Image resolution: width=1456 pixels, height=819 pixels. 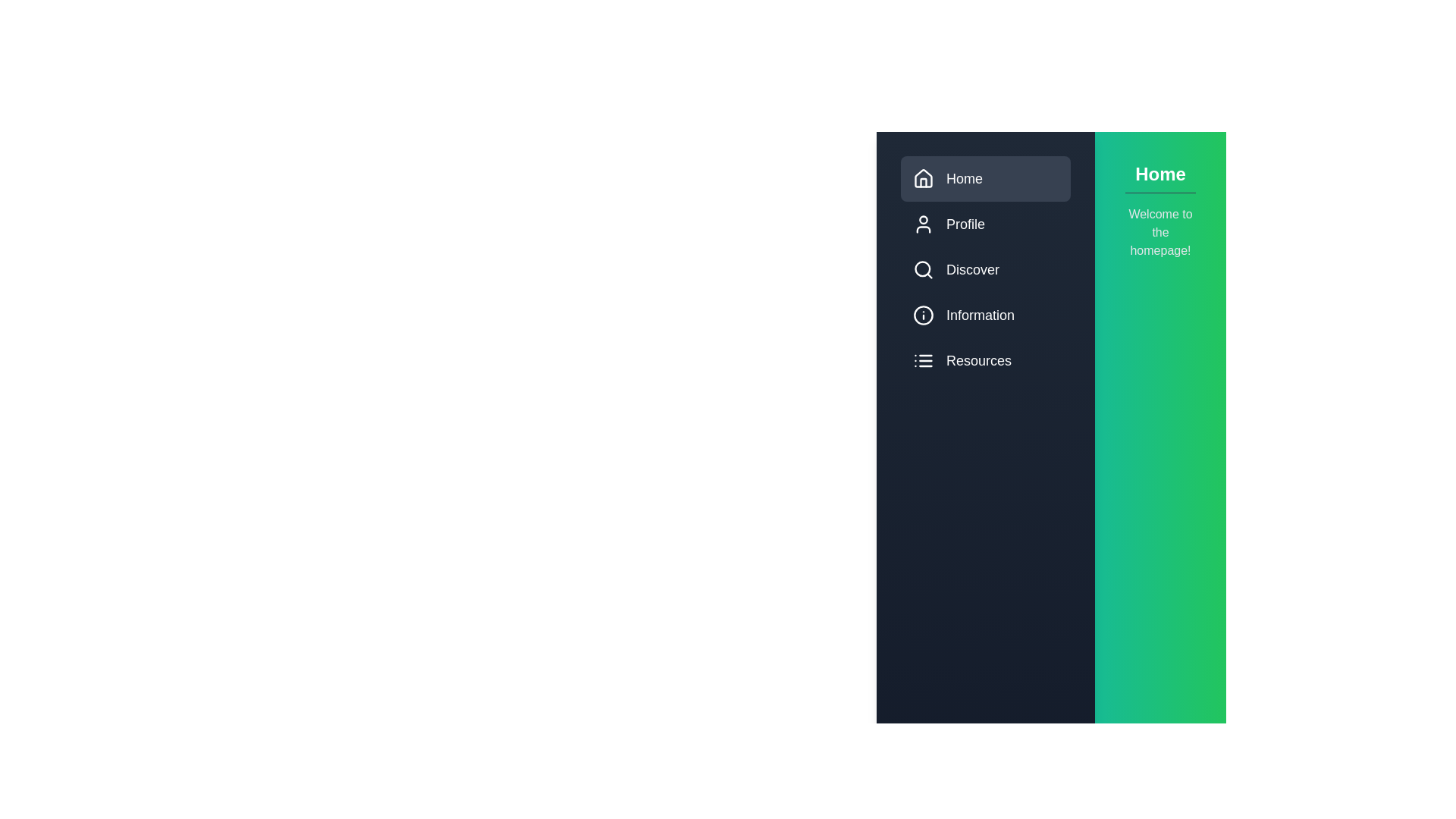 What do you see at coordinates (986, 268) in the screenshot?
I see `the menu item Discover to preview its interaction` at bounding box center [986, 268].